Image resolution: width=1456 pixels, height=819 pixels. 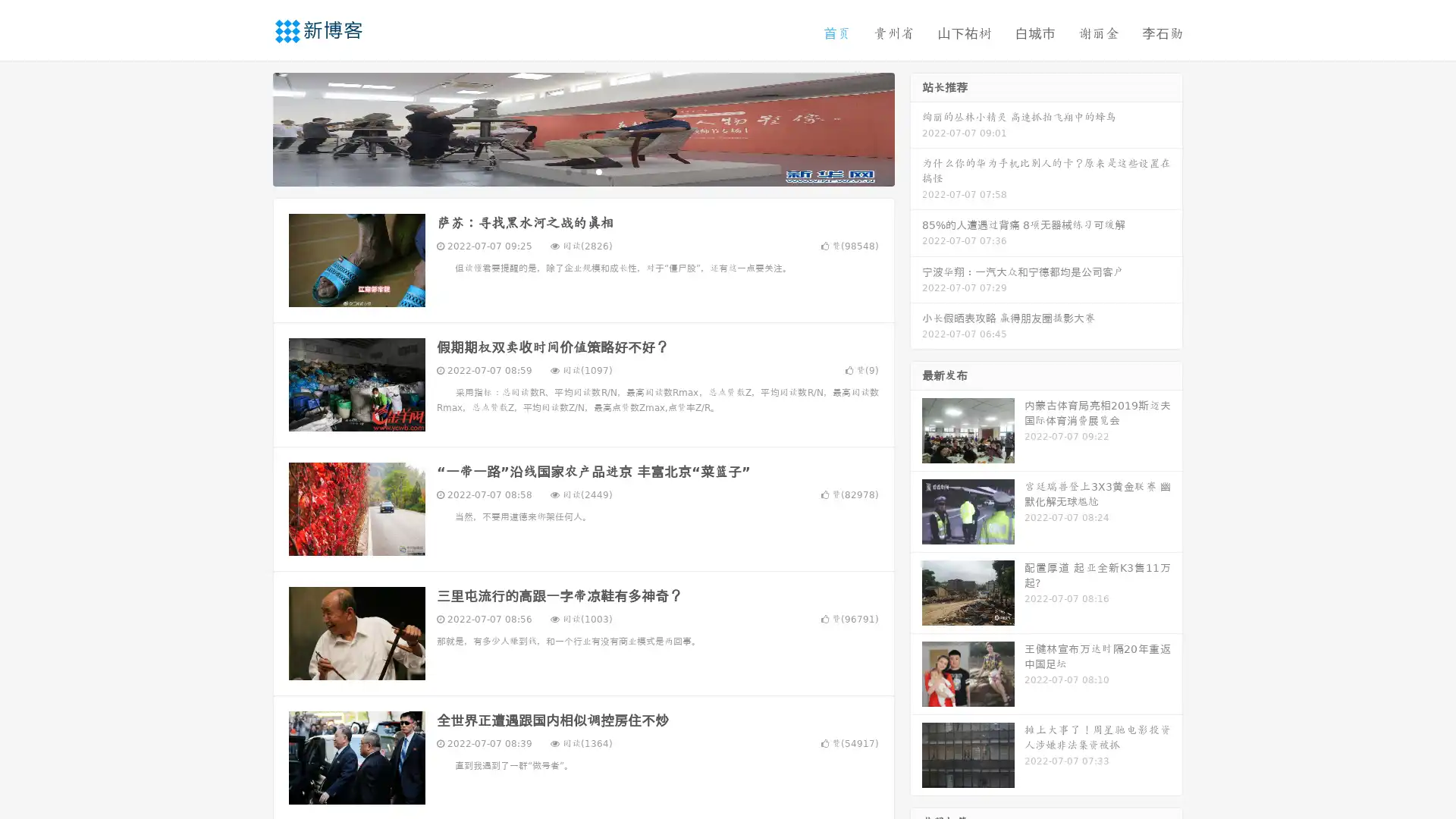 I want to click on Go to slide 2, so click(x=582, y=171).